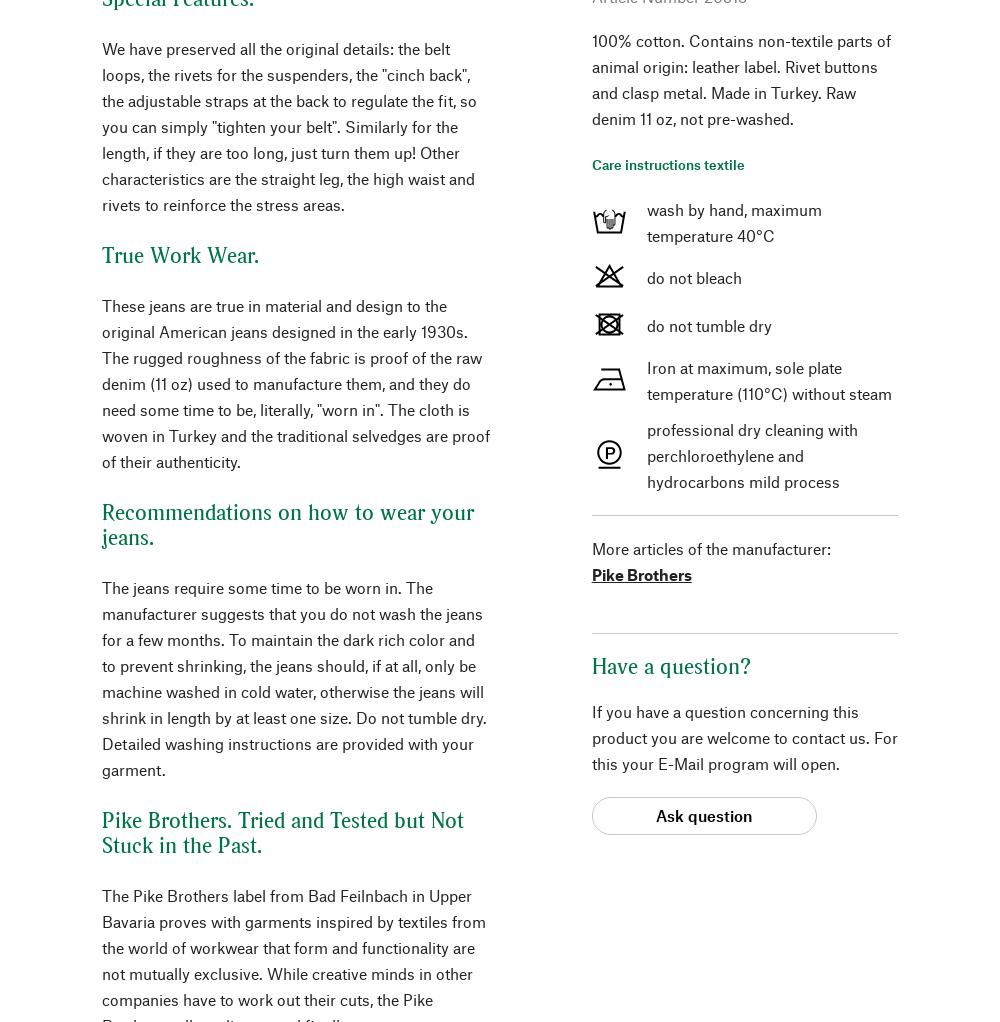 This screenshot has height=1022, width=1000. What do you see at coordinates (739, 77) in the screenshot?
I see `'100% cotton. Contains non-textile parts of animal origin: leather label. Rivet buttons and clasp metal. Made in Turkey. Raw denim 11 oz, not pre-washed.'` at bounding box center [739, 77].